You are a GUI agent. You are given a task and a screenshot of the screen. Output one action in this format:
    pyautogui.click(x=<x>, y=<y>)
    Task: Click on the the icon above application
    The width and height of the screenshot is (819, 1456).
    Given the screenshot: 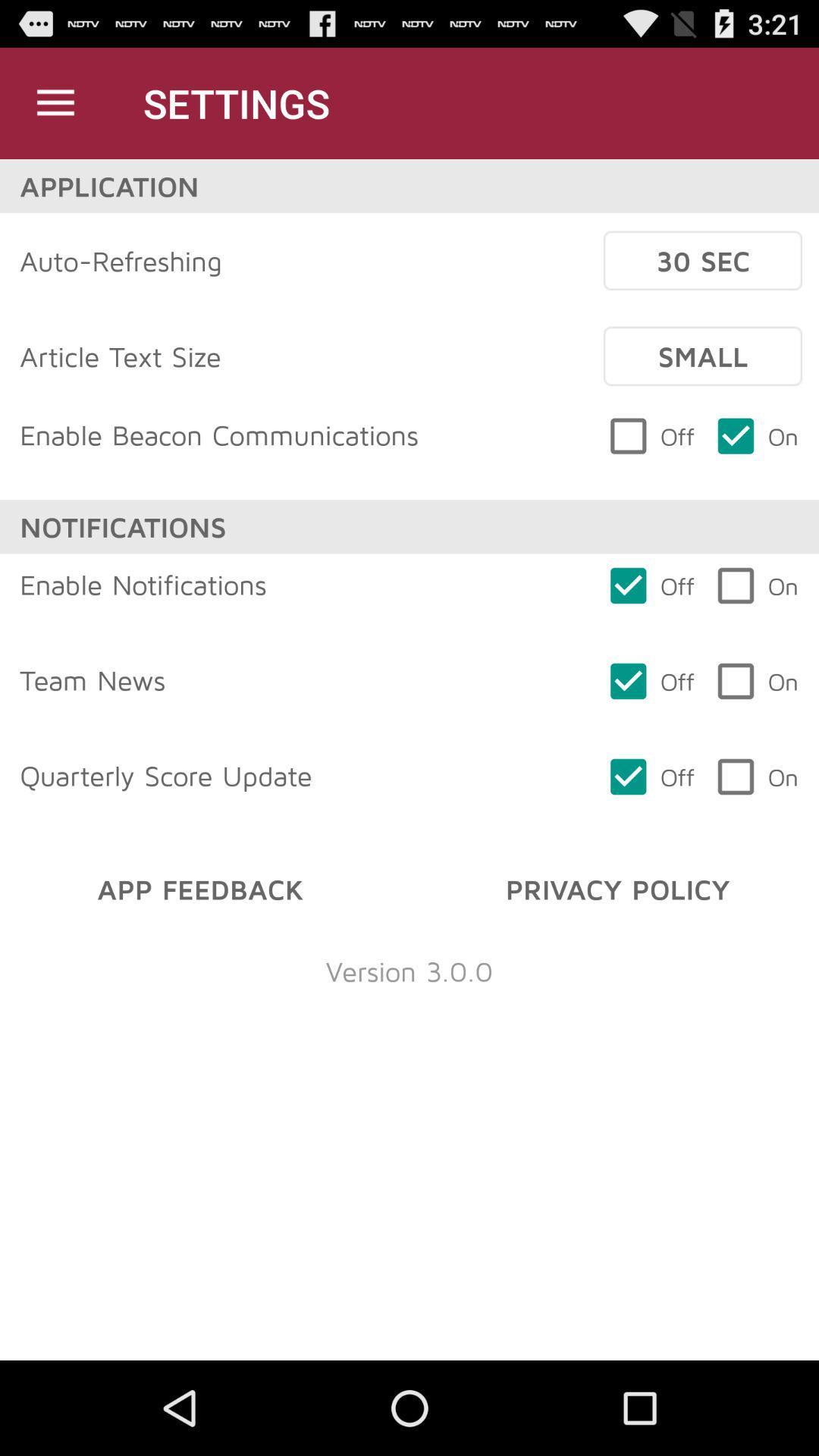 What is the action you would take?
    pyautogui.click(x=55, y=102)
    